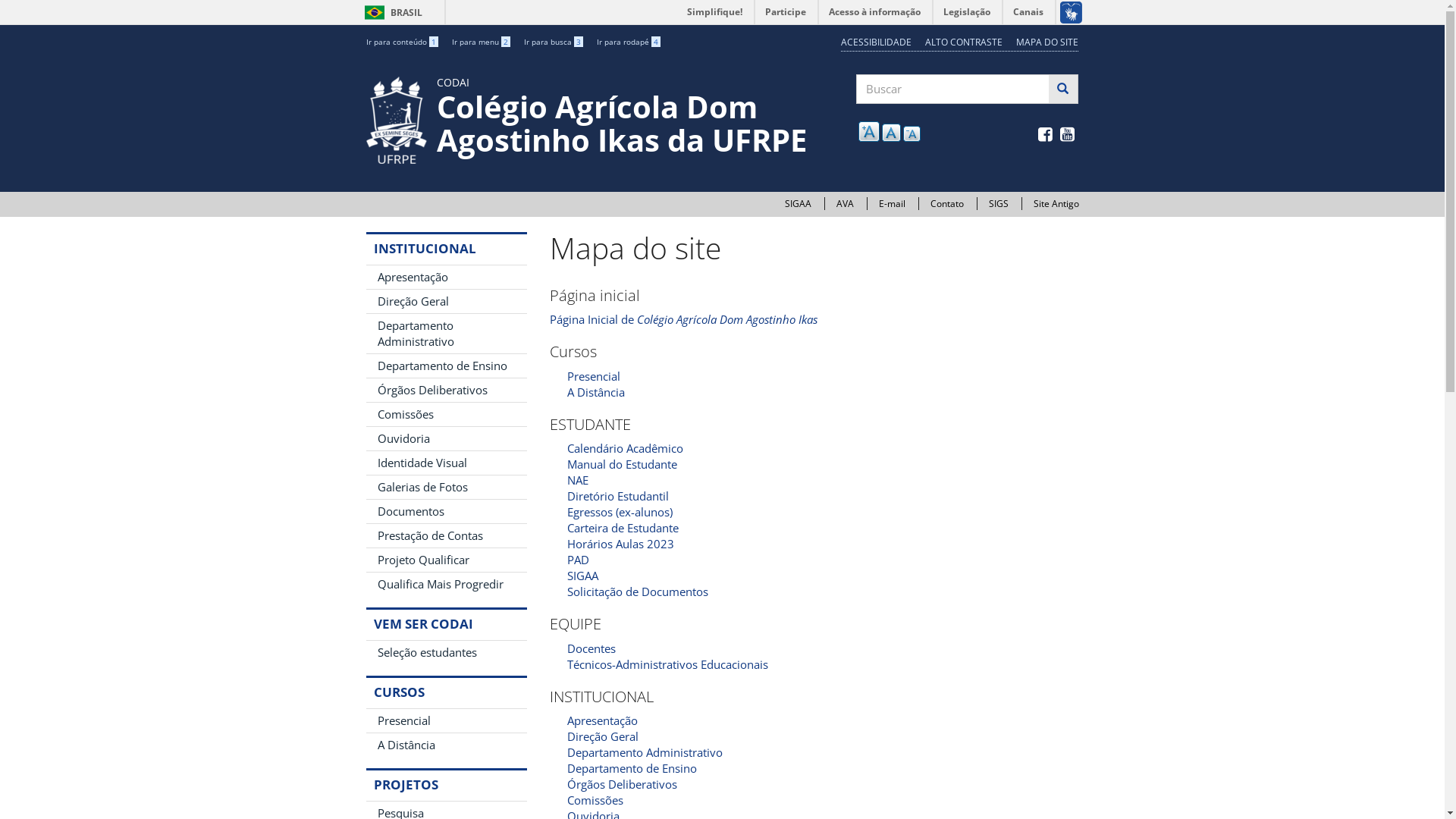  Describe the element at coordinates (374, 12) in the screenshot. I see `'BRASIL'` at that location.